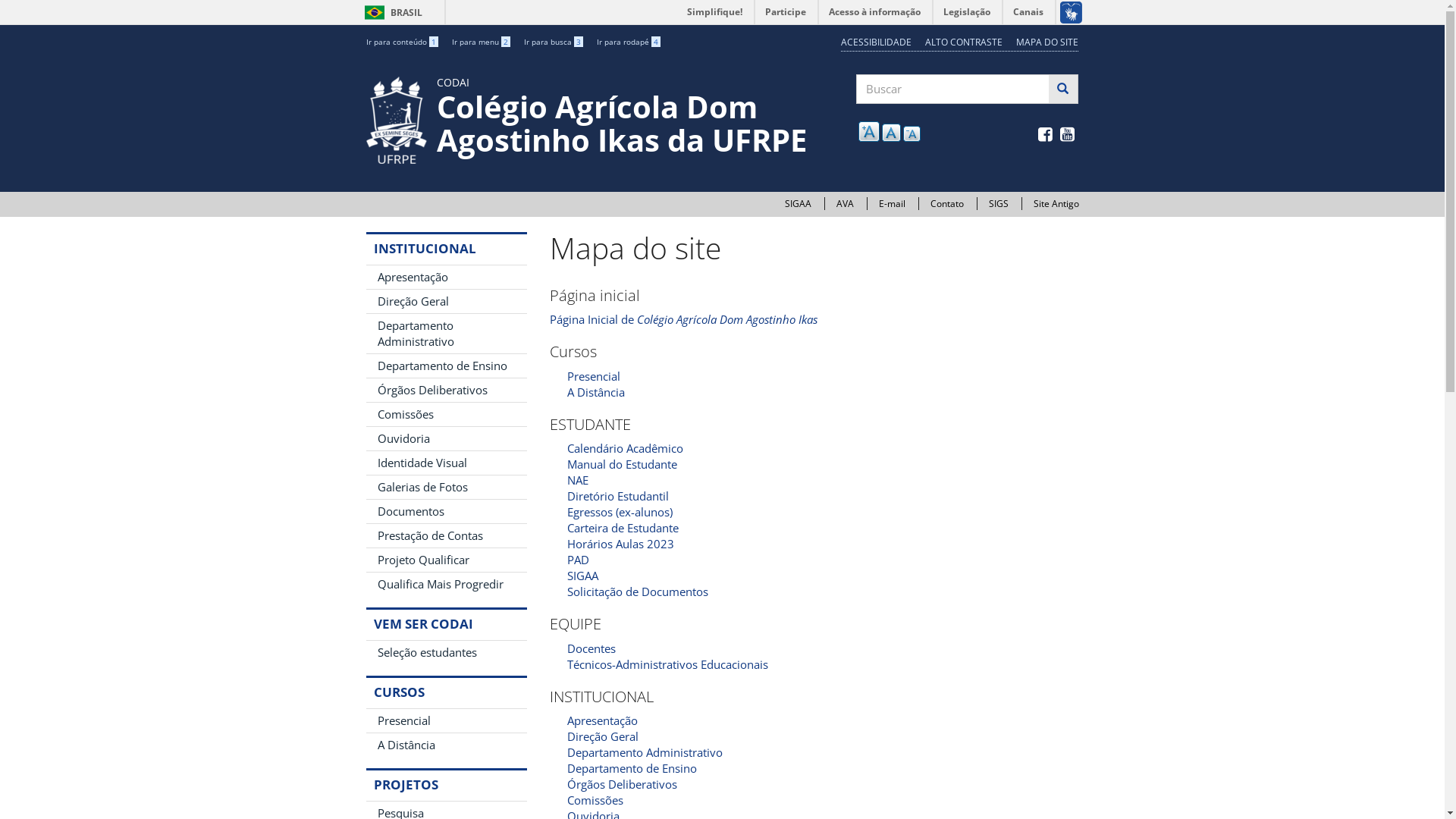  Describe the element at coordinates (374, 12) in the screenshot. I see `'BRASIL'` at that location.